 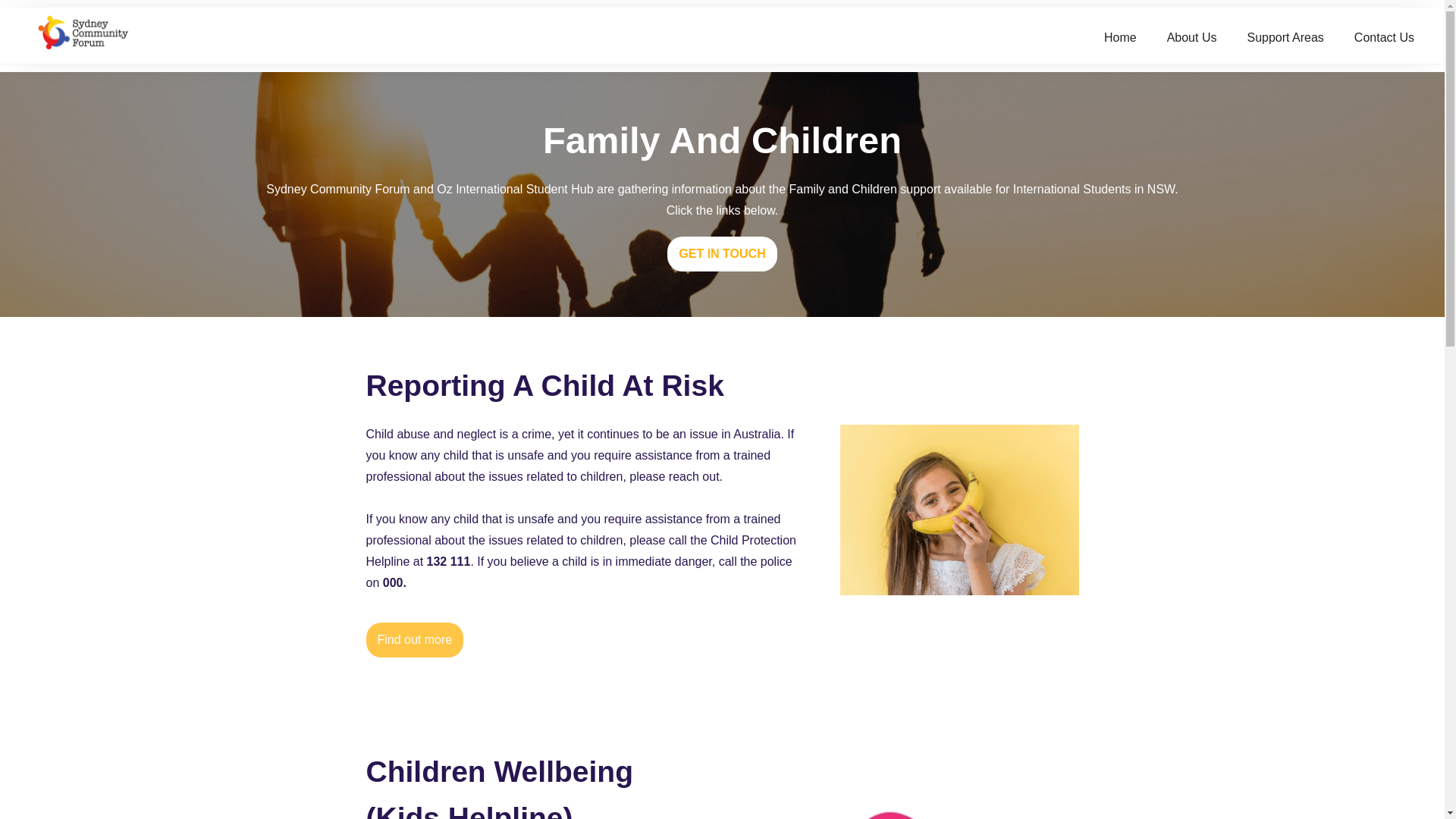 I want to click on 'GET IN TOUCH', so click(x=720, y=253).